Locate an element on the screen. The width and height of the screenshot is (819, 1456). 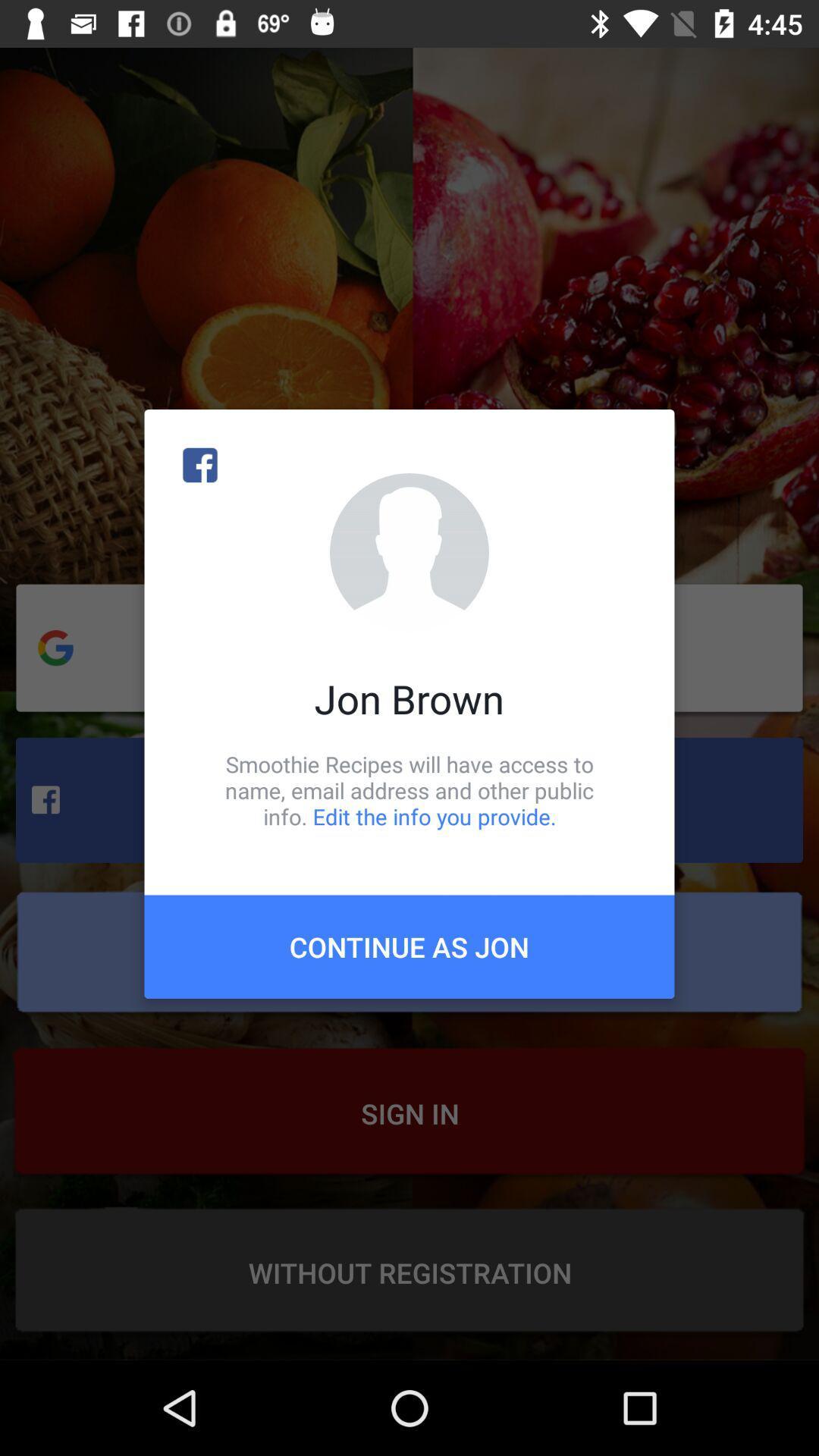
the continue as jon icon is located at coordinates (409, 946).